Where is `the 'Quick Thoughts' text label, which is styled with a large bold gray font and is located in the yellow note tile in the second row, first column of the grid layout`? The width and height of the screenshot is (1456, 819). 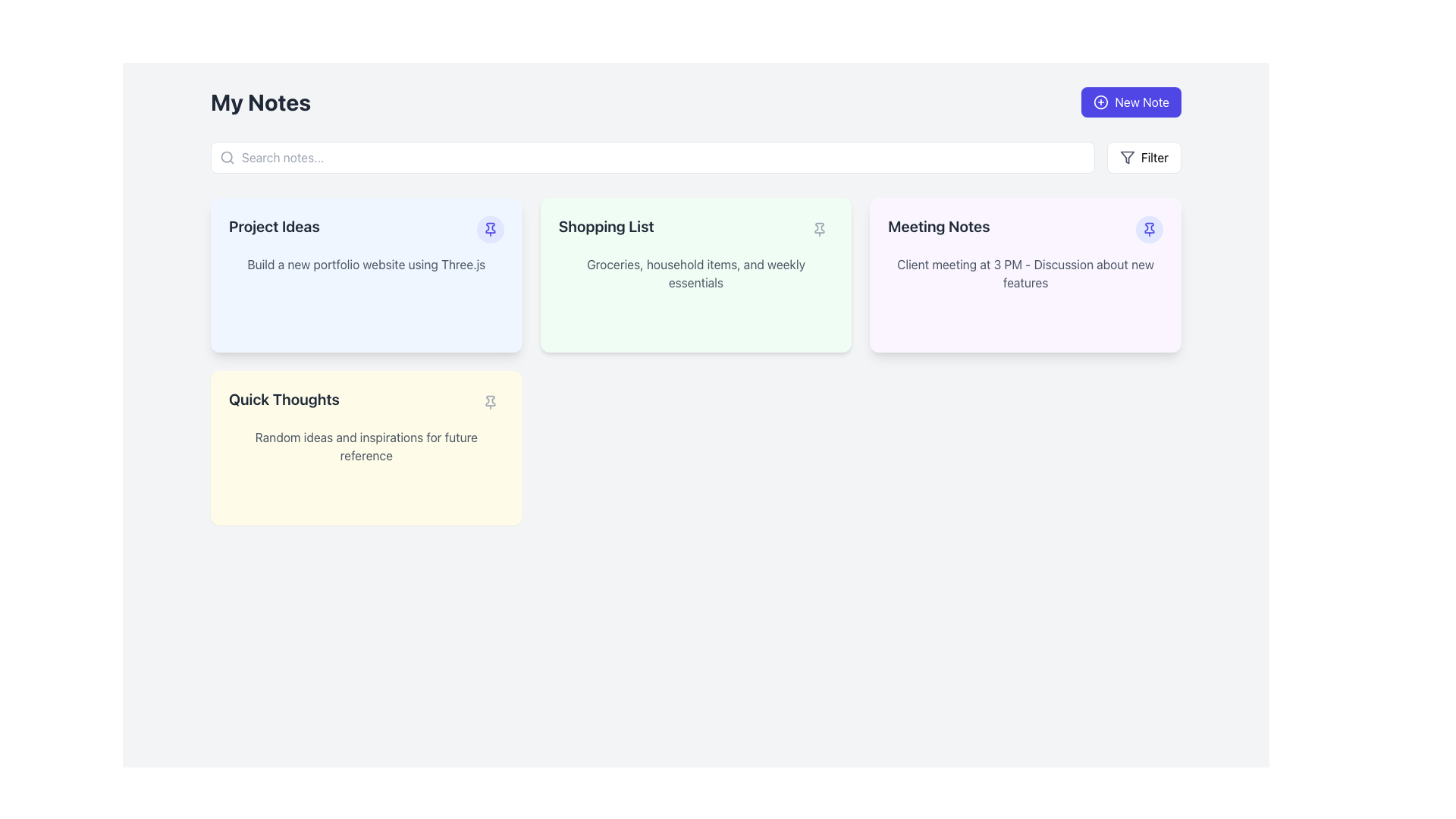
the 'Quick Thoughts' text label, which is styled with a large bold gray font and is located in the yellow note tile in the second row, first column of the grid layout is located at coordinates (284, 399).